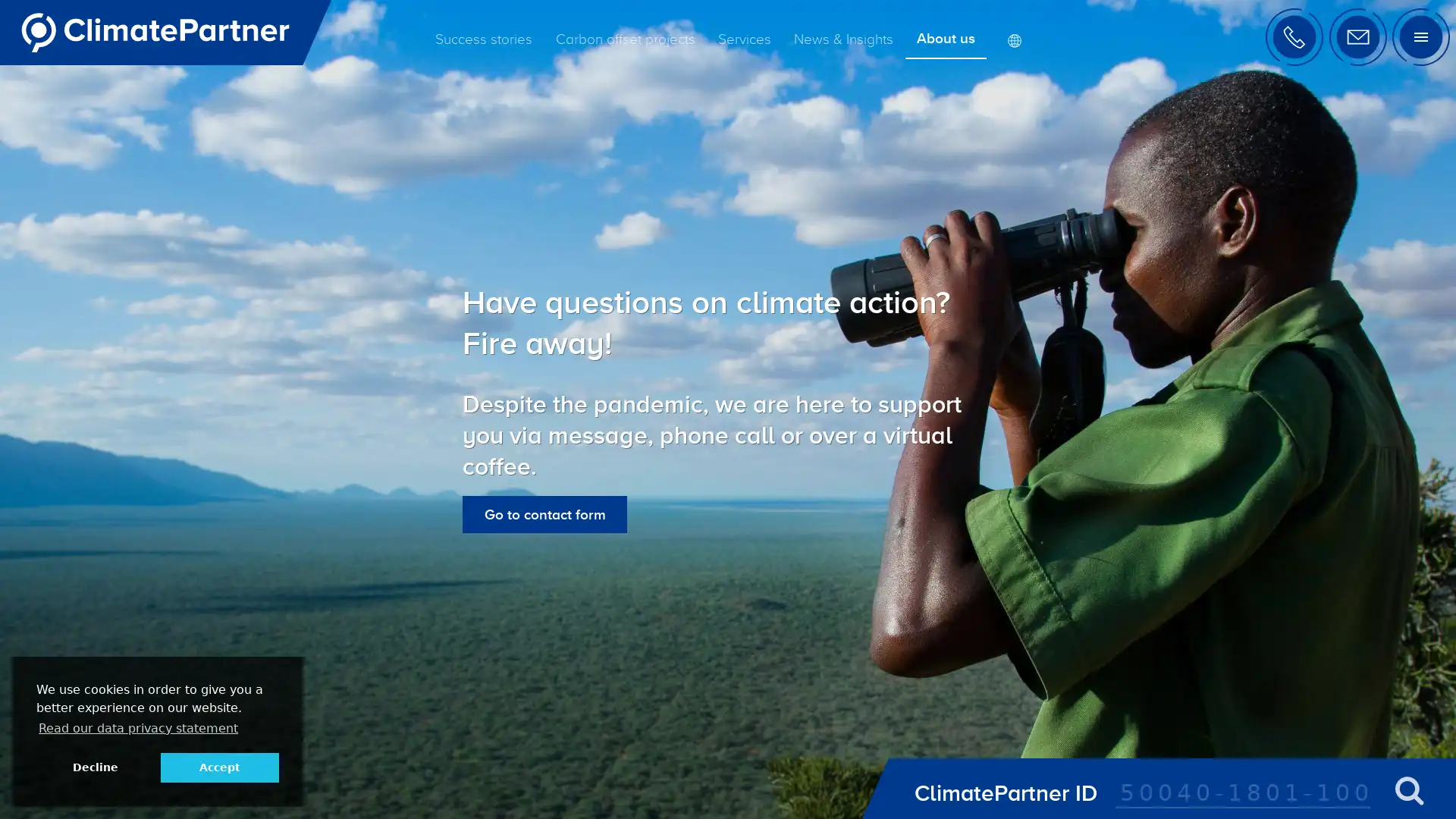 The height and width of the screenshot is (819, 1456). What do you see at coordinates (138, 727) in the screenshot?
I see `learn more about cookies` at bounding box center [138, 727].